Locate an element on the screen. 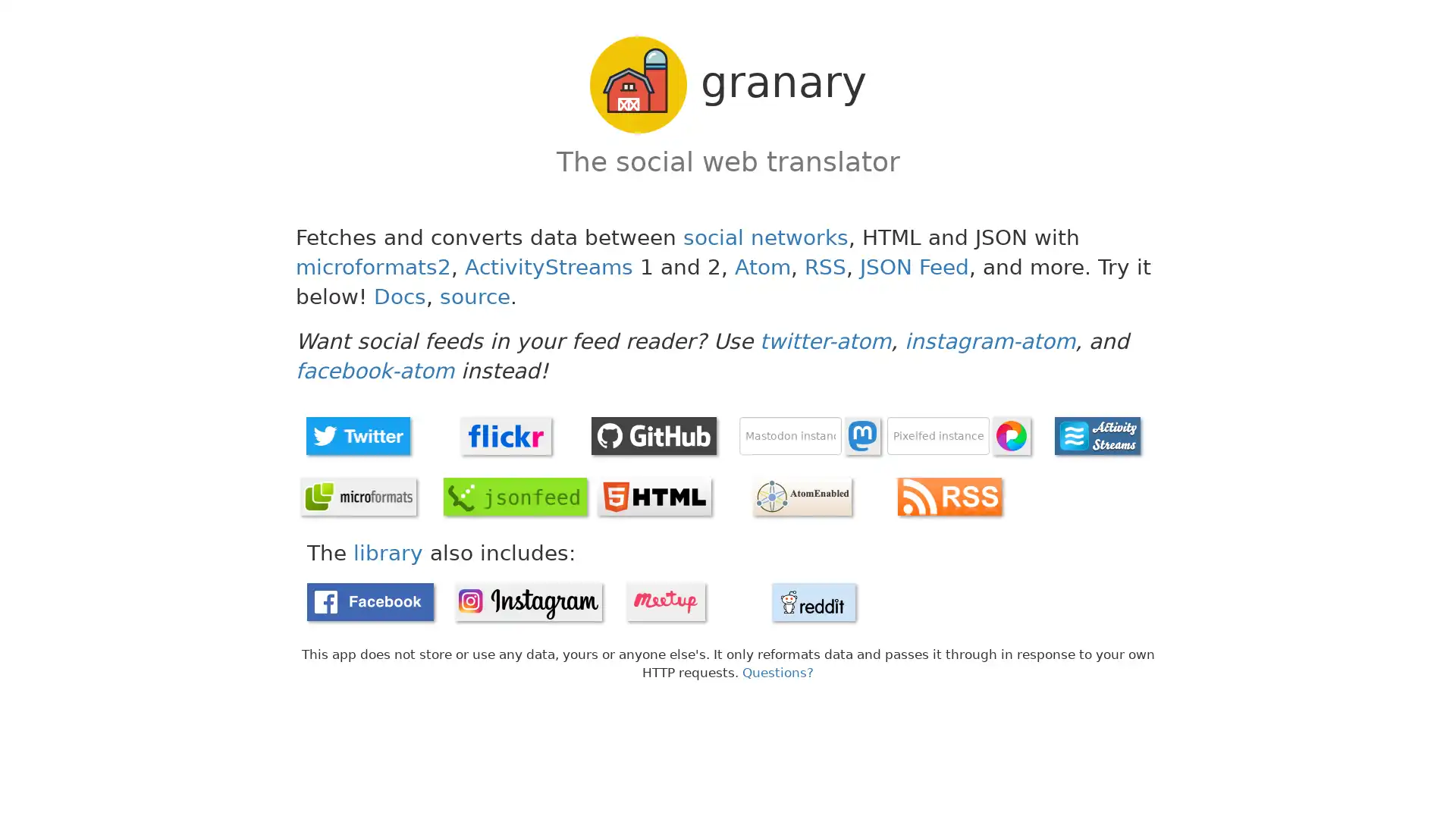 This screenshot has height=819, width=1456. RSS is located at coordinates (949, 496).